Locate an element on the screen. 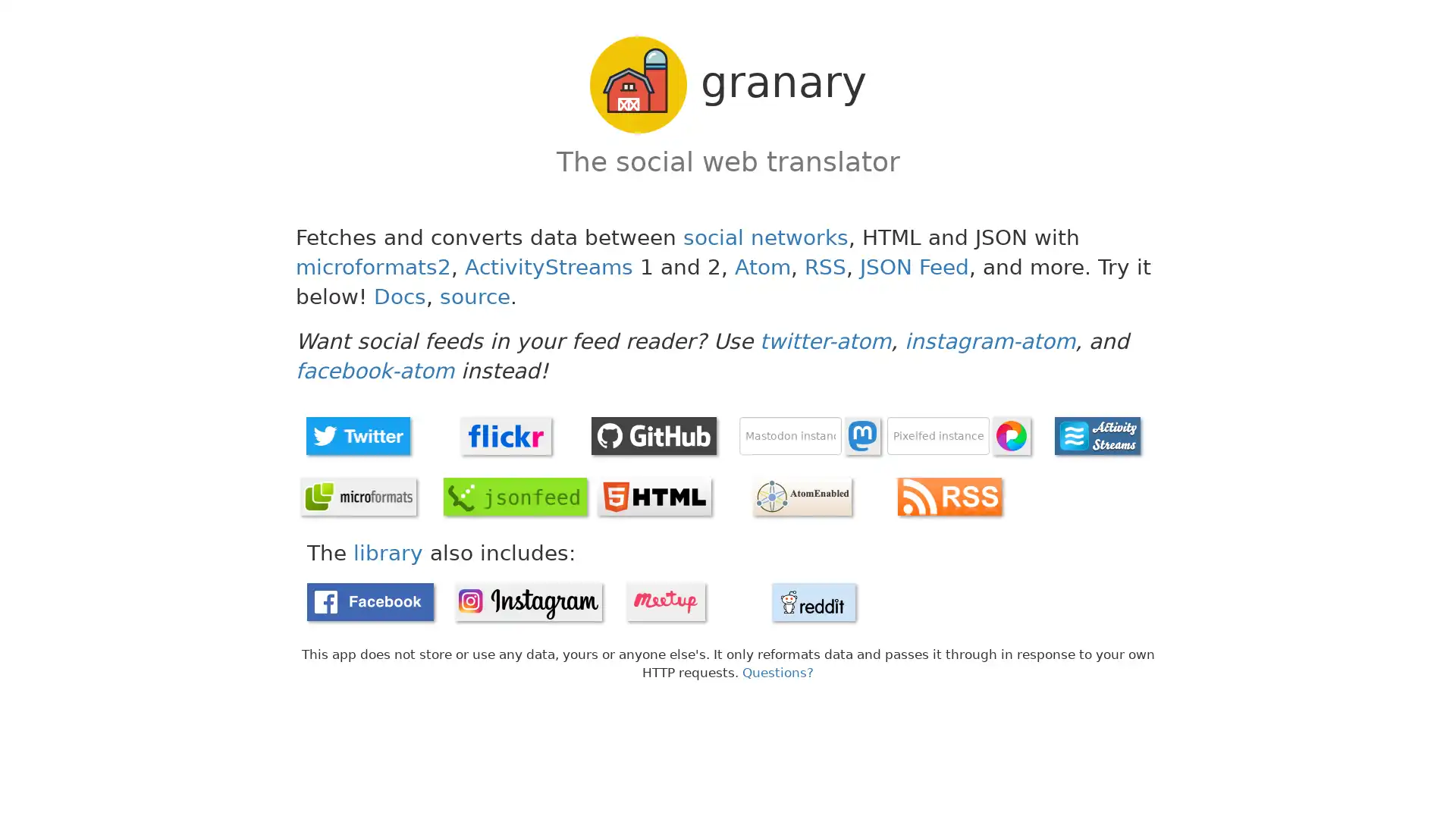 This screenshot has height=819, width=1456. RSS is located at coordinates (949, 496).